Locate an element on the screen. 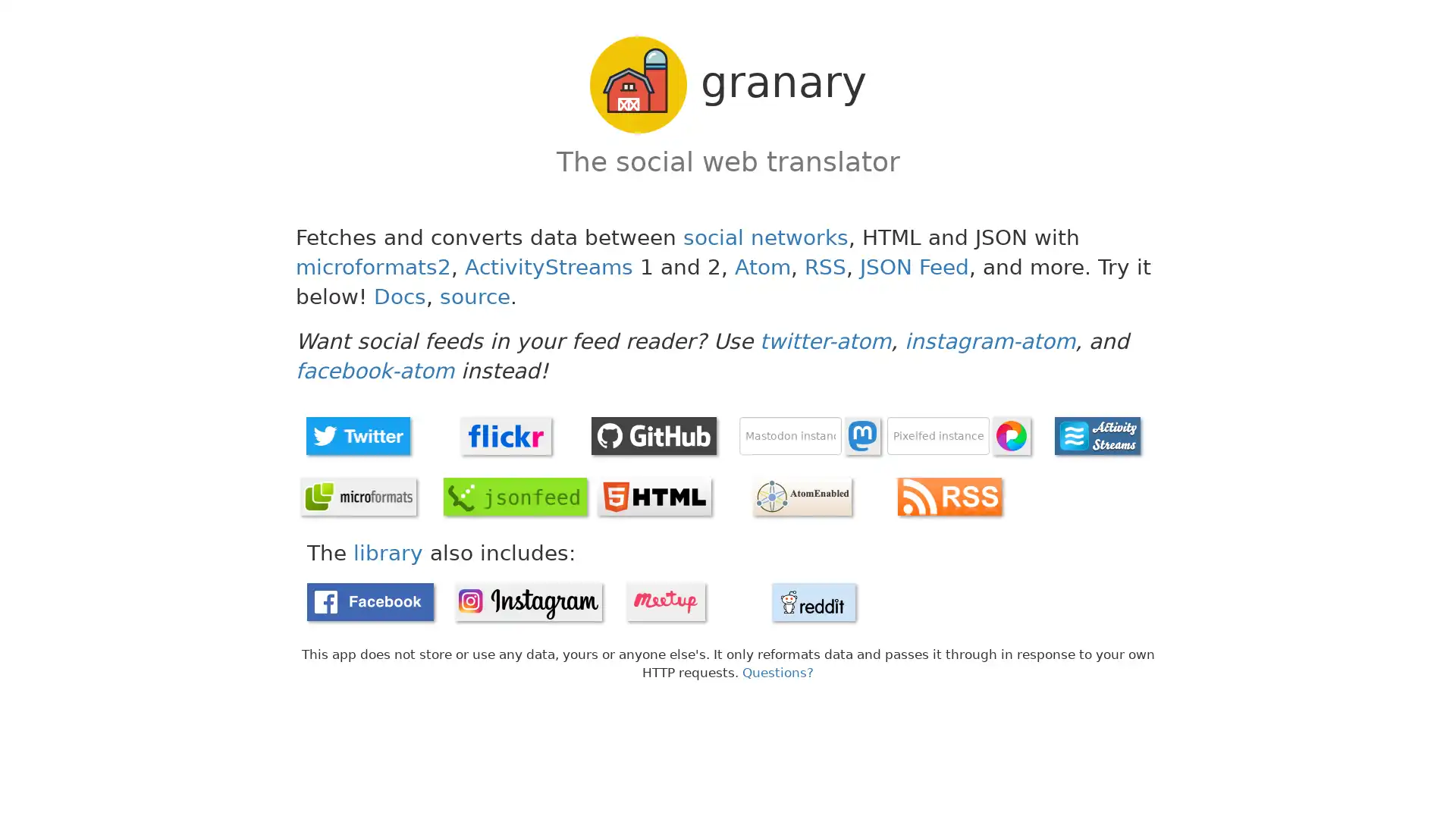 This screenshot has height=819, width=1456. RSS is located at coordinates (949, 496).